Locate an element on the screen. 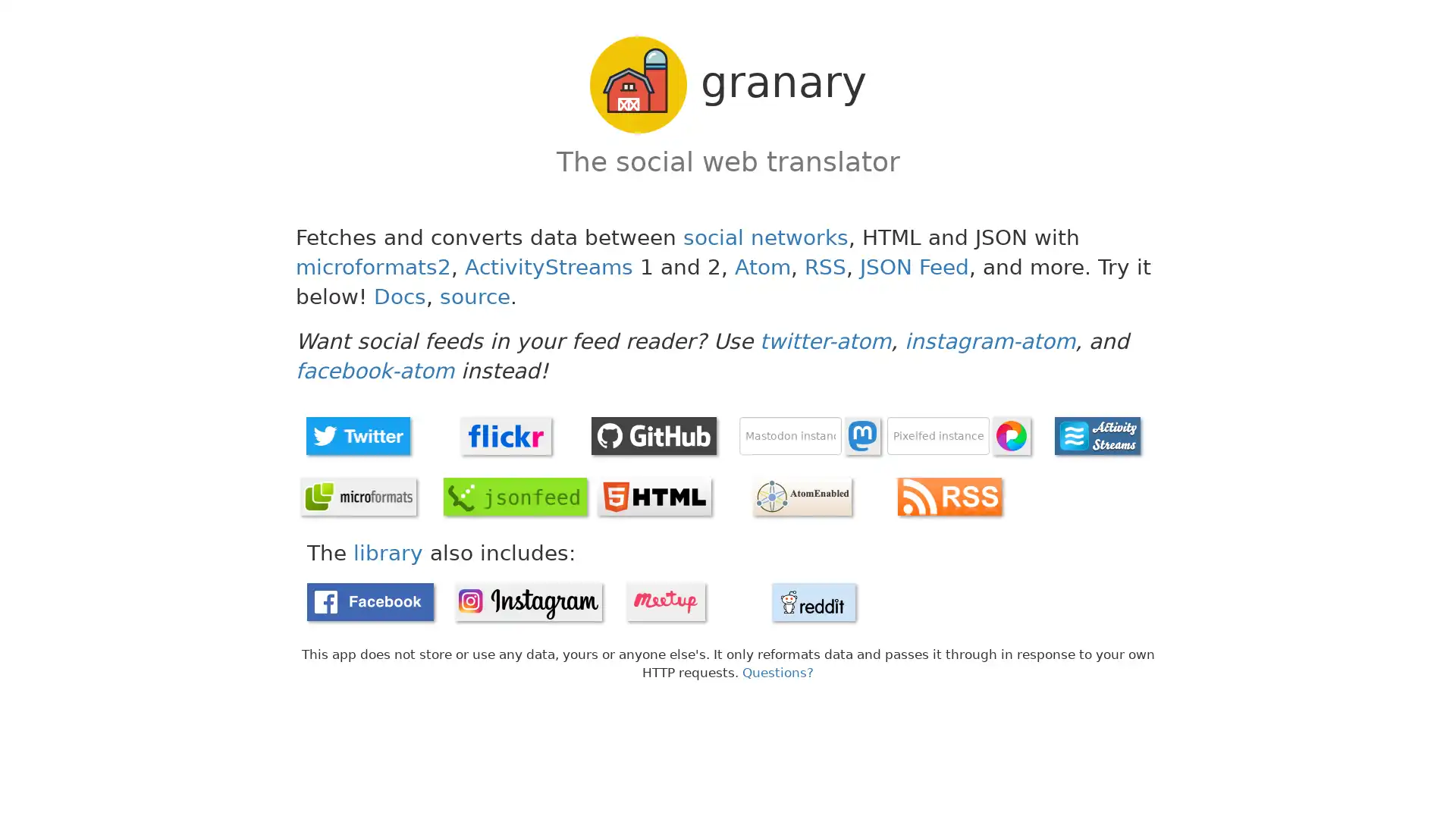 This screenshot has height=819, width=1456. RSS is located at coordinates (949, 496).